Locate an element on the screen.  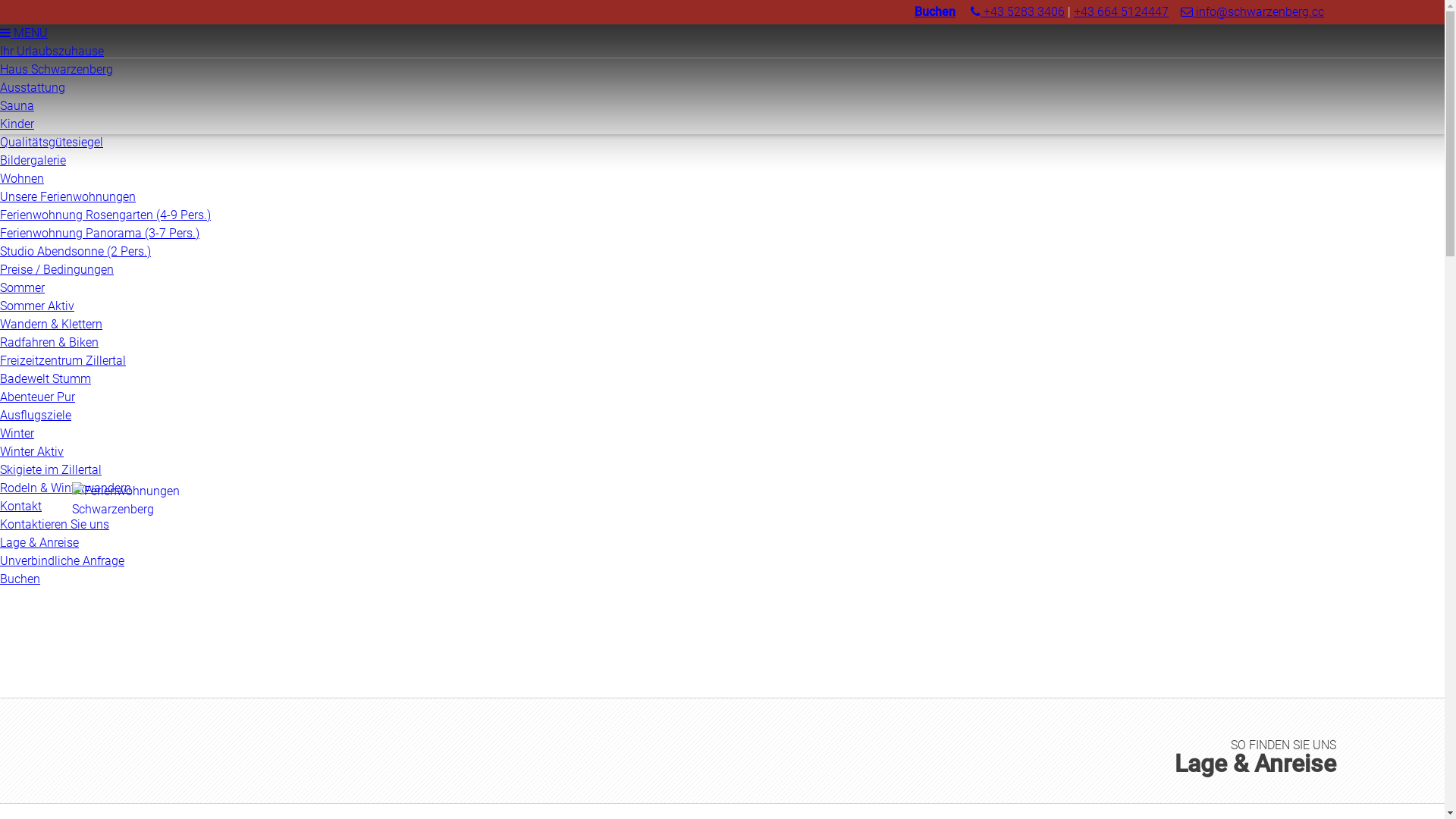
'Wohnen' is located at coordinates (21, 177).